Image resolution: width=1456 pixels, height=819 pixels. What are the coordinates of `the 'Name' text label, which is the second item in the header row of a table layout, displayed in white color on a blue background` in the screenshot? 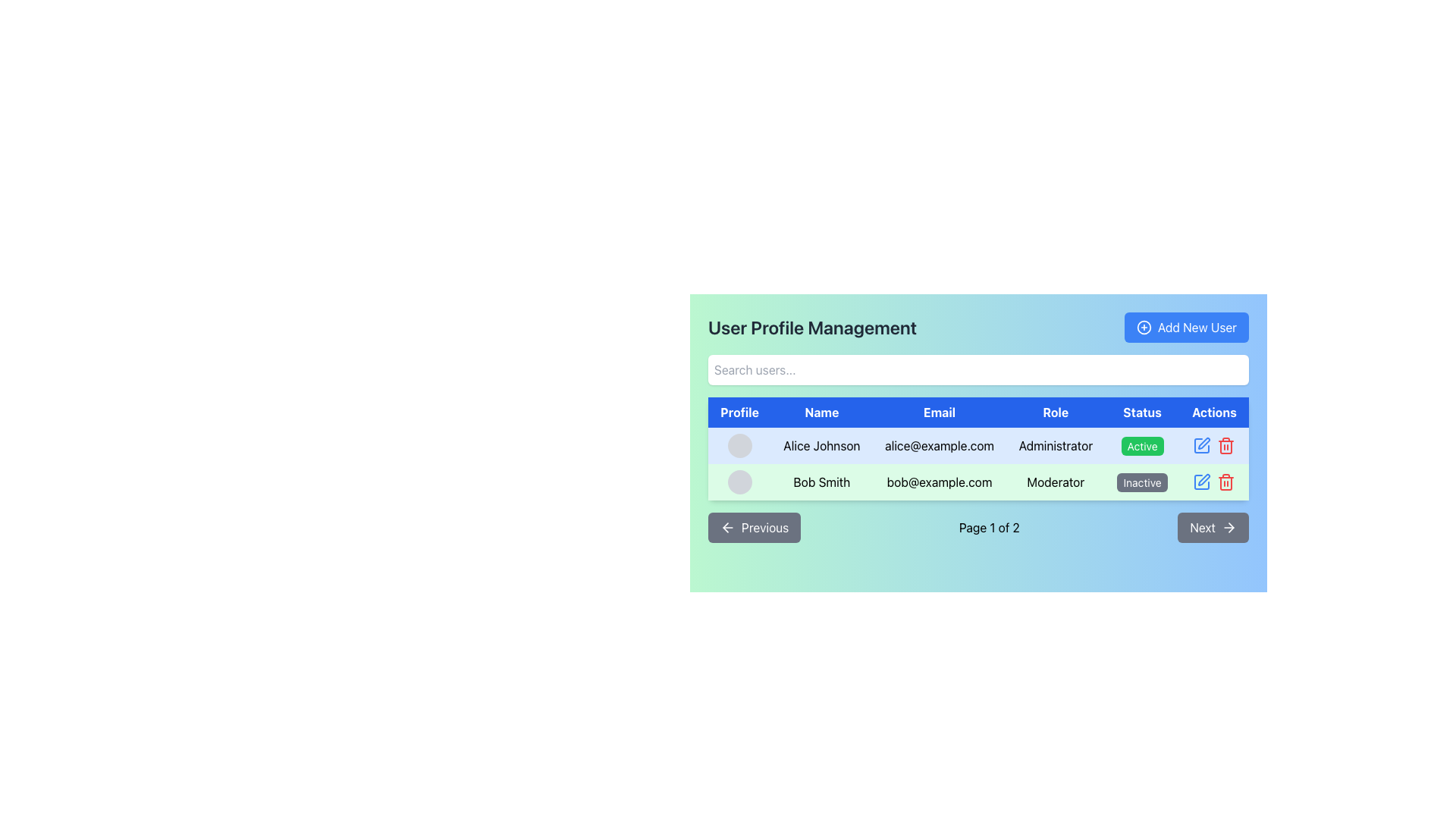 It's located at (821, 412).